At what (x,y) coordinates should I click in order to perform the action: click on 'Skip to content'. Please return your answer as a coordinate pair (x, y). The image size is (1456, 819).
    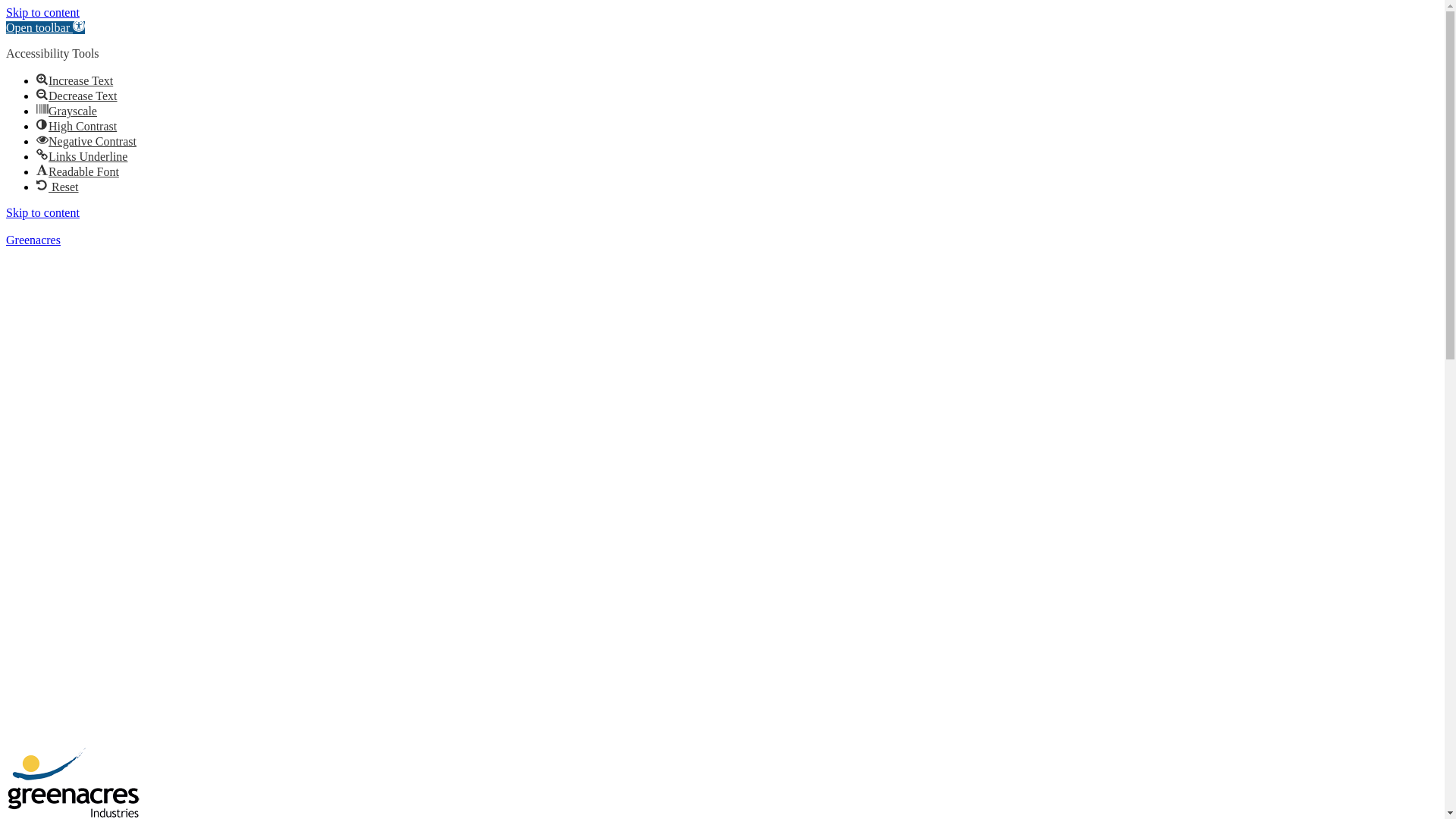
    Looking at the image, I should click on (42, 212).